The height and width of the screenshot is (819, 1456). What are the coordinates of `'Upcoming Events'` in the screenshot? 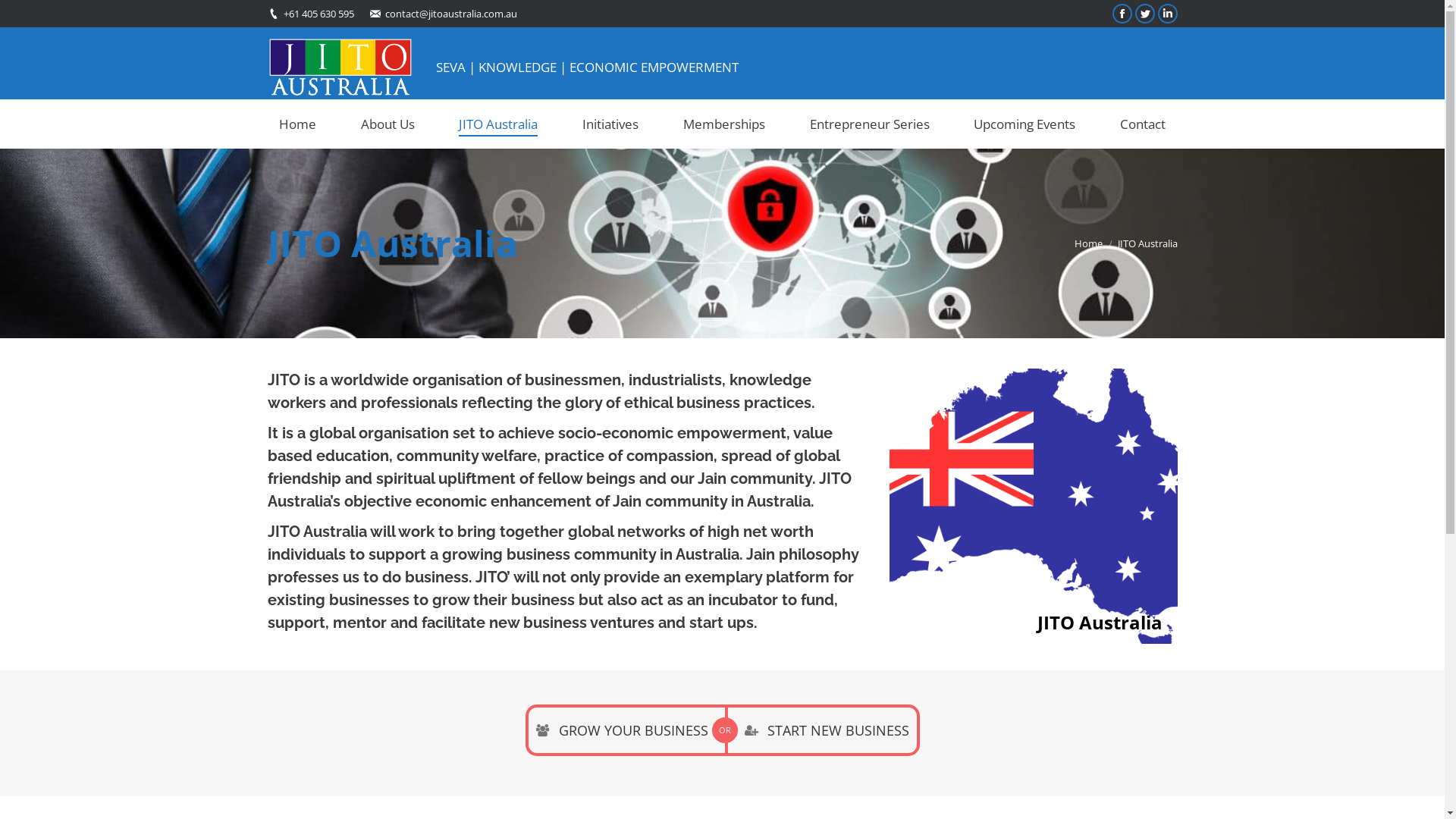 It's located at (961, 123).